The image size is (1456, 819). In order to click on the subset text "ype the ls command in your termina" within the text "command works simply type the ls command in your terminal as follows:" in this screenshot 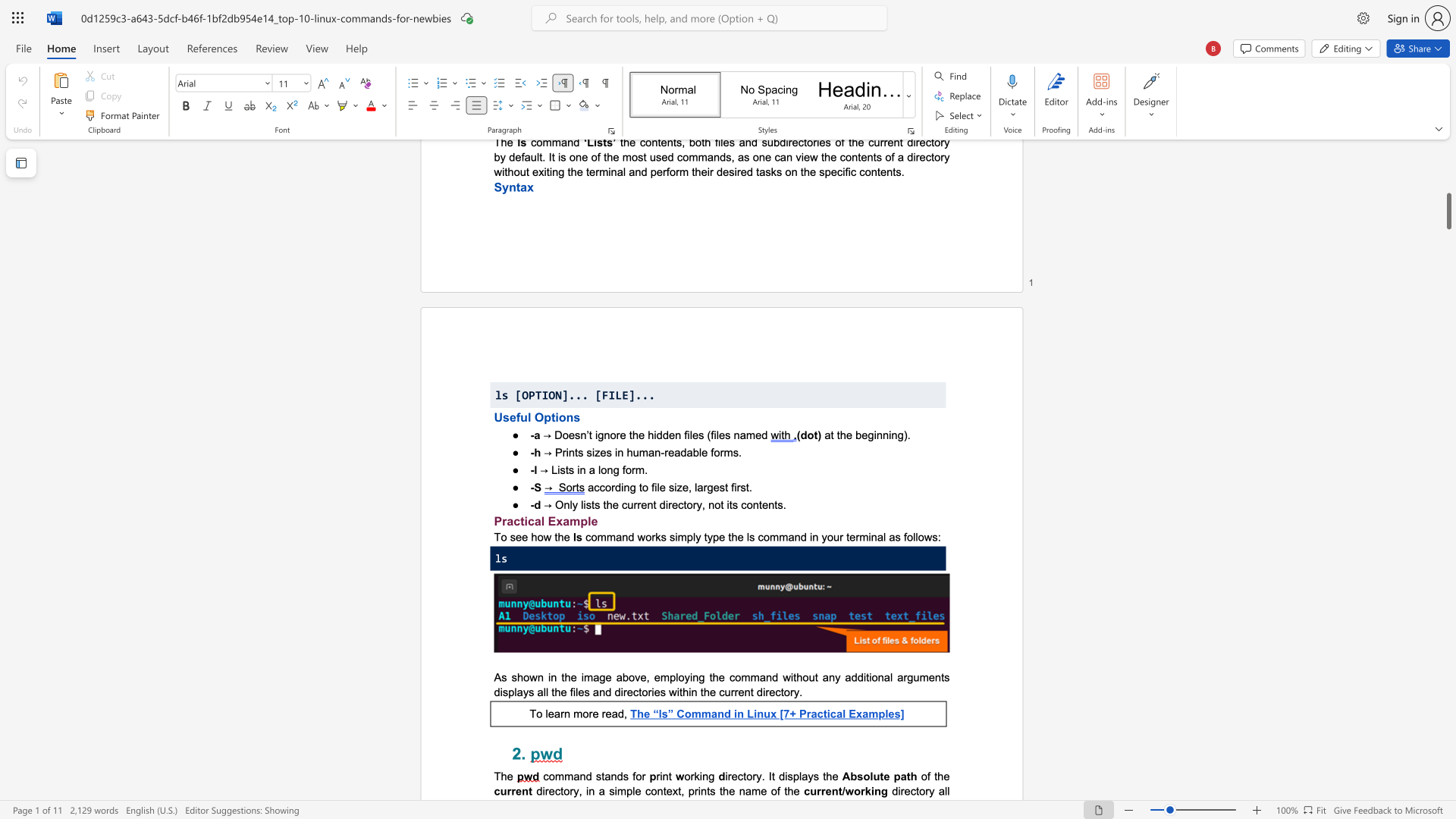, I will do `click(706, 536)`.